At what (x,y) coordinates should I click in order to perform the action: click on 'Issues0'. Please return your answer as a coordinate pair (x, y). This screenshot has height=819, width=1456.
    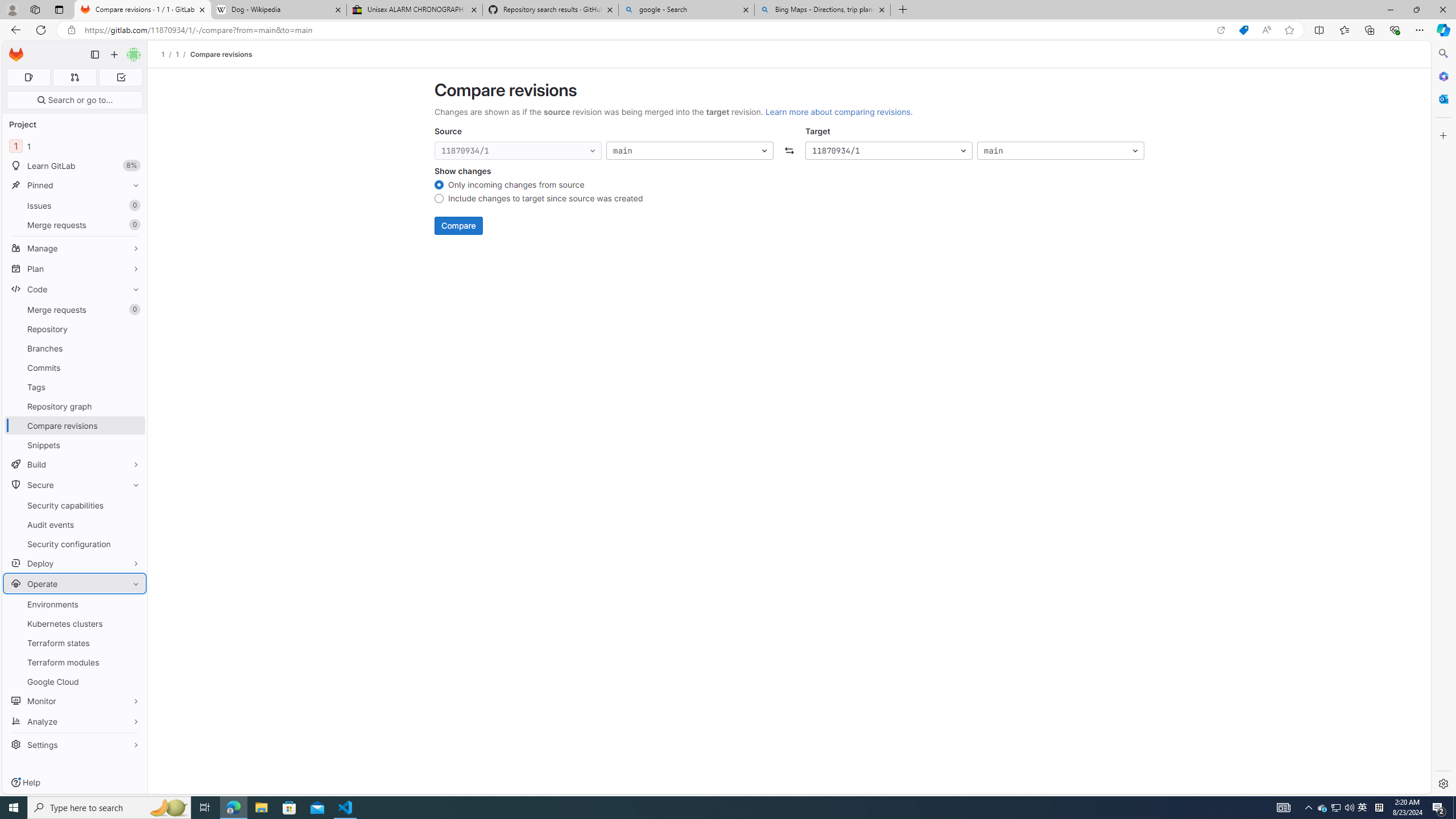
    Looking at the image, I should click on (74, 205).